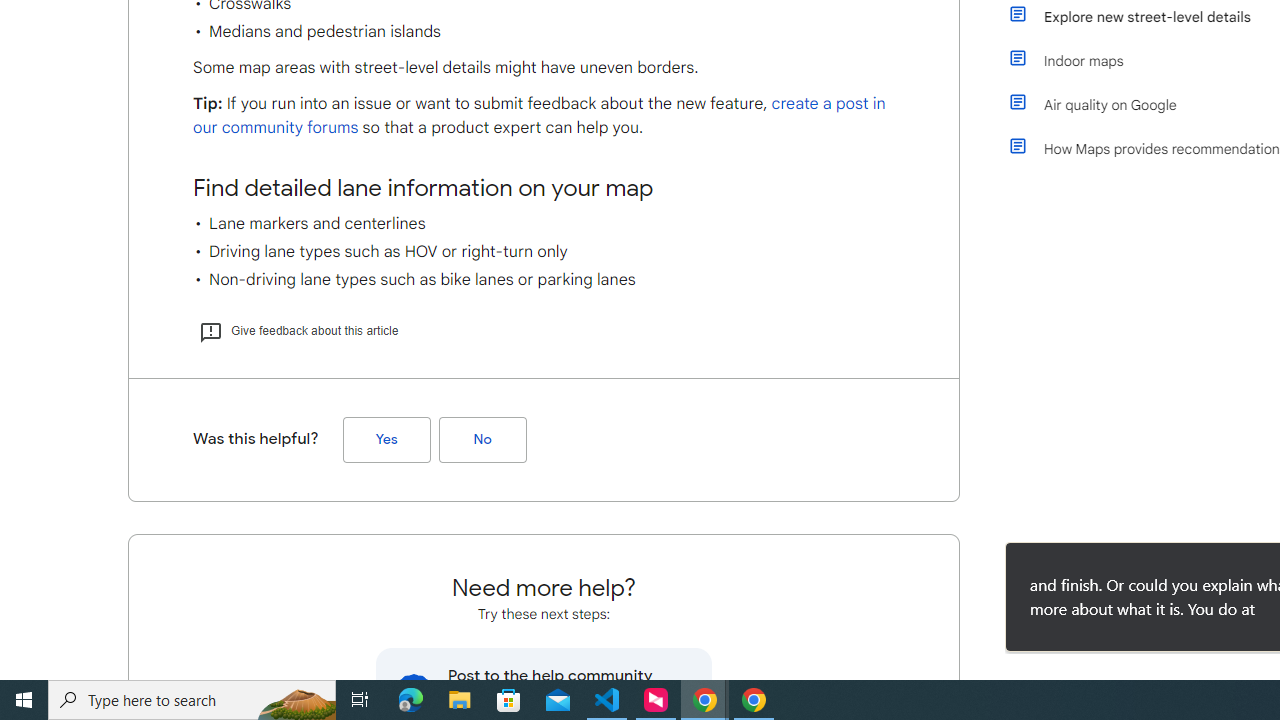  What do you see at coordinates (297, 329) in the screenshot?
I see `'Give feedback about this article'` at bounding box center [297, 329].